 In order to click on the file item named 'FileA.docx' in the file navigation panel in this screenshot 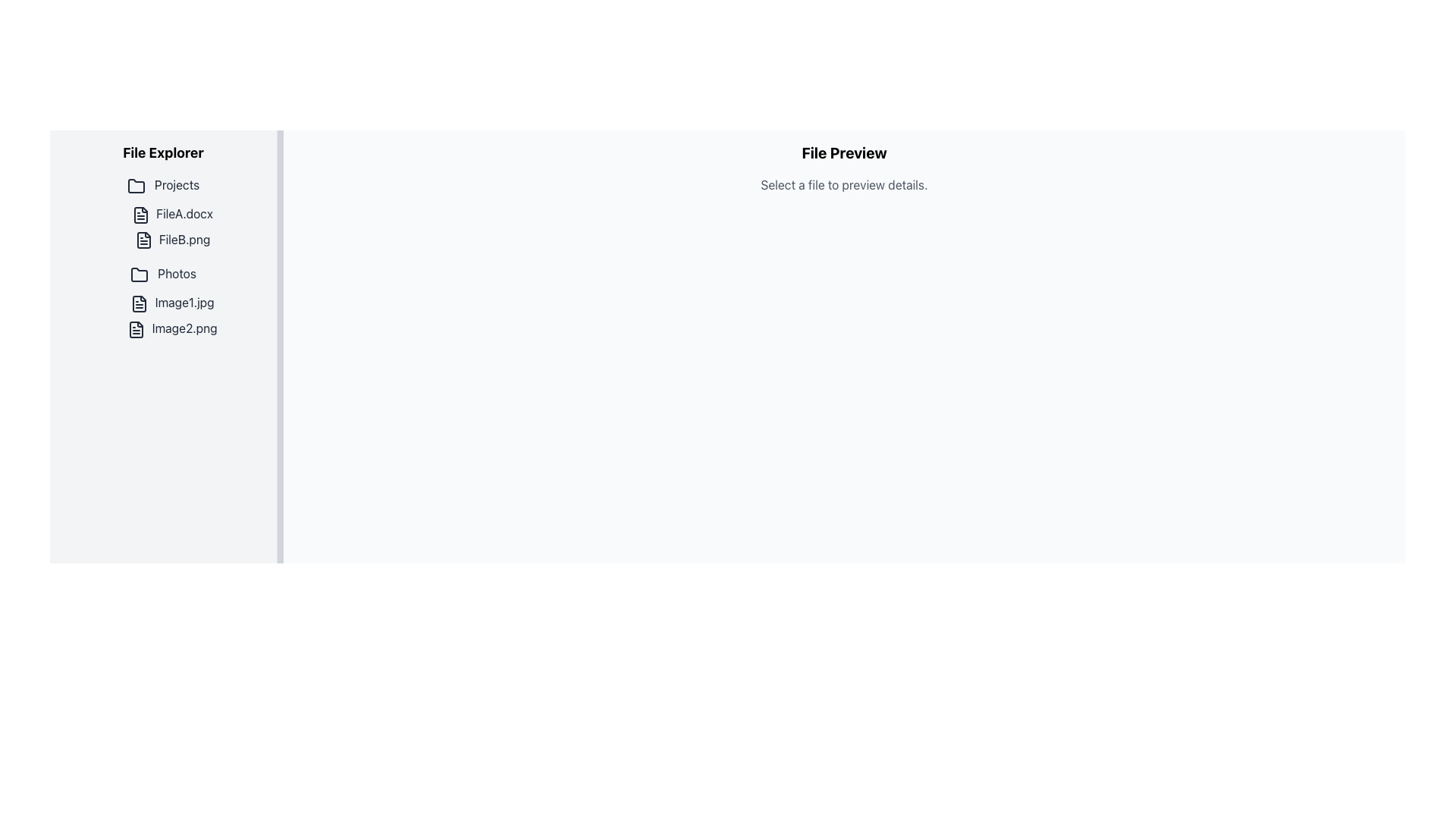, I will do `click(172, 214)`.